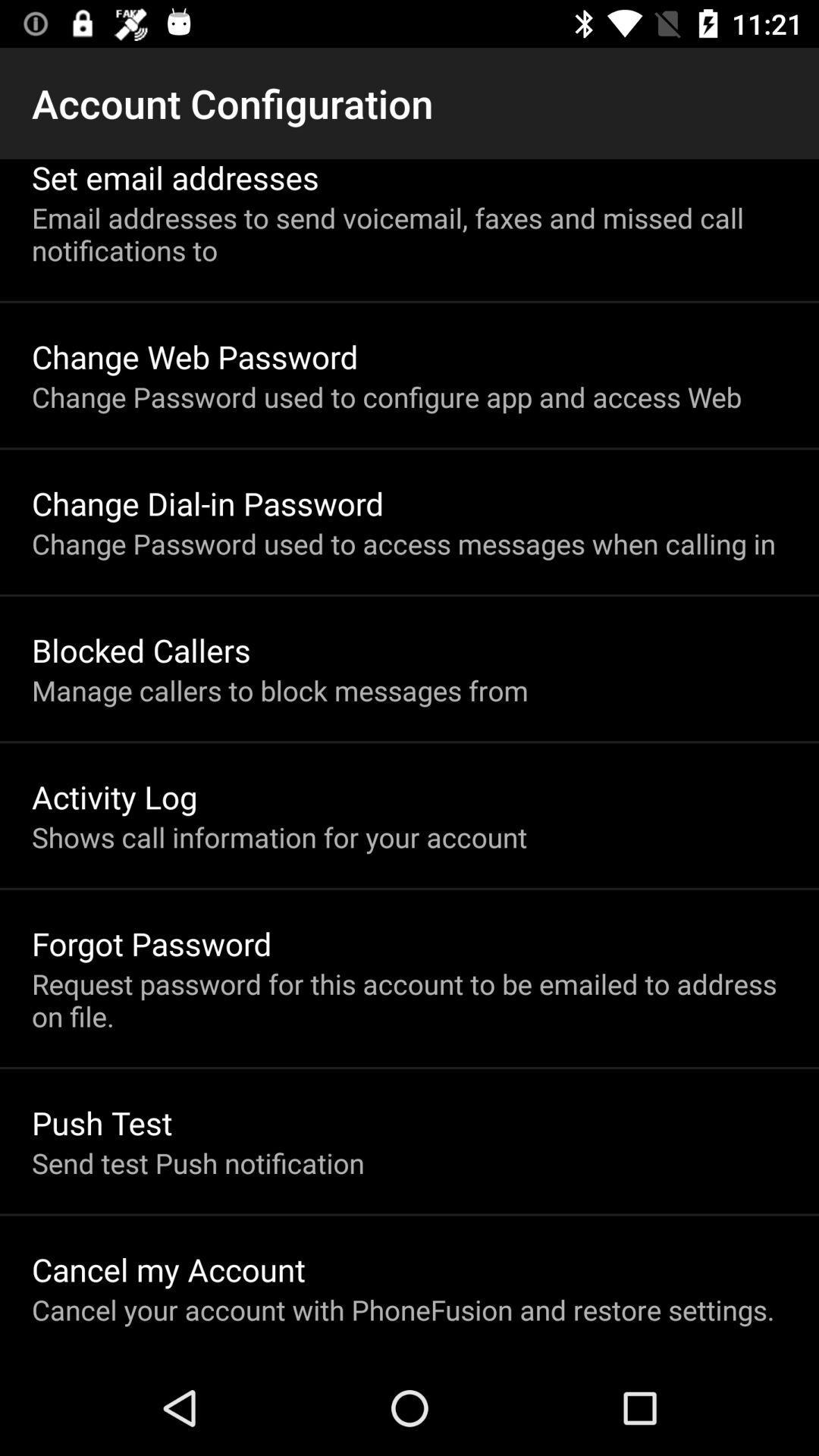 This screenshot has height=1456, width=819. I want to click on shows call information item, so click(279, 836).